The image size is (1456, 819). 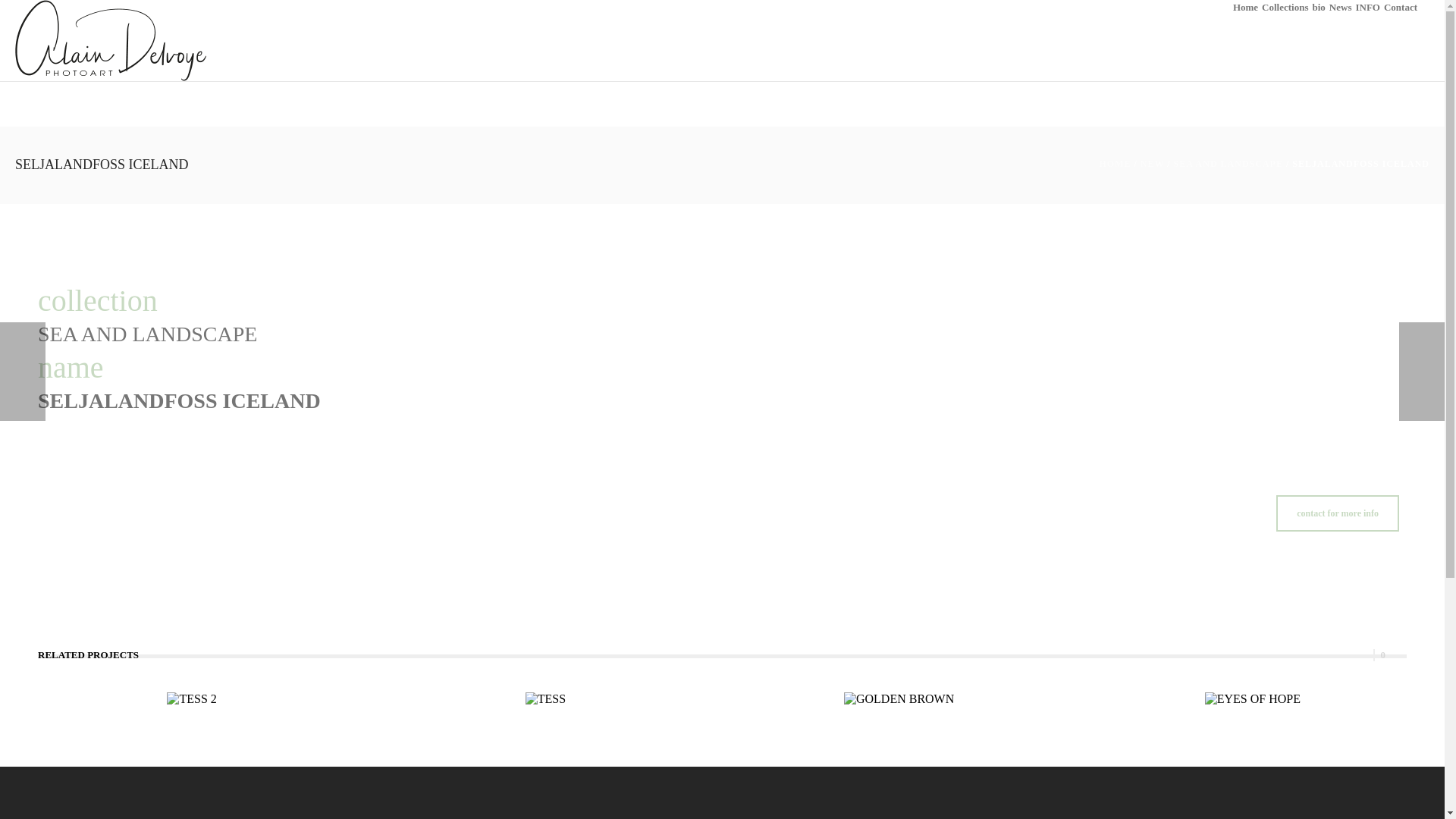 What do you see at coordinates (190, 698) in the screenshot?
I see `'TESS 2'` at bounding box center [190, 698].